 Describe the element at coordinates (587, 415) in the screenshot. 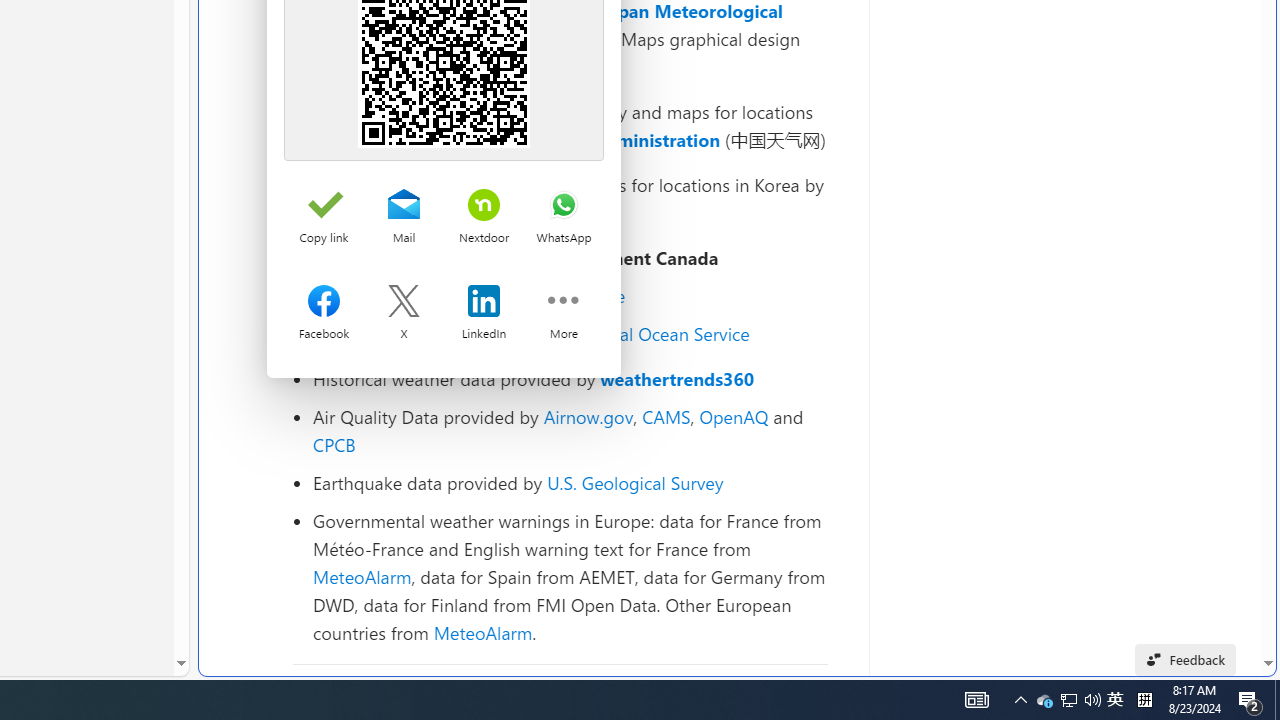

I see `'Airnow.gov'` at that location.